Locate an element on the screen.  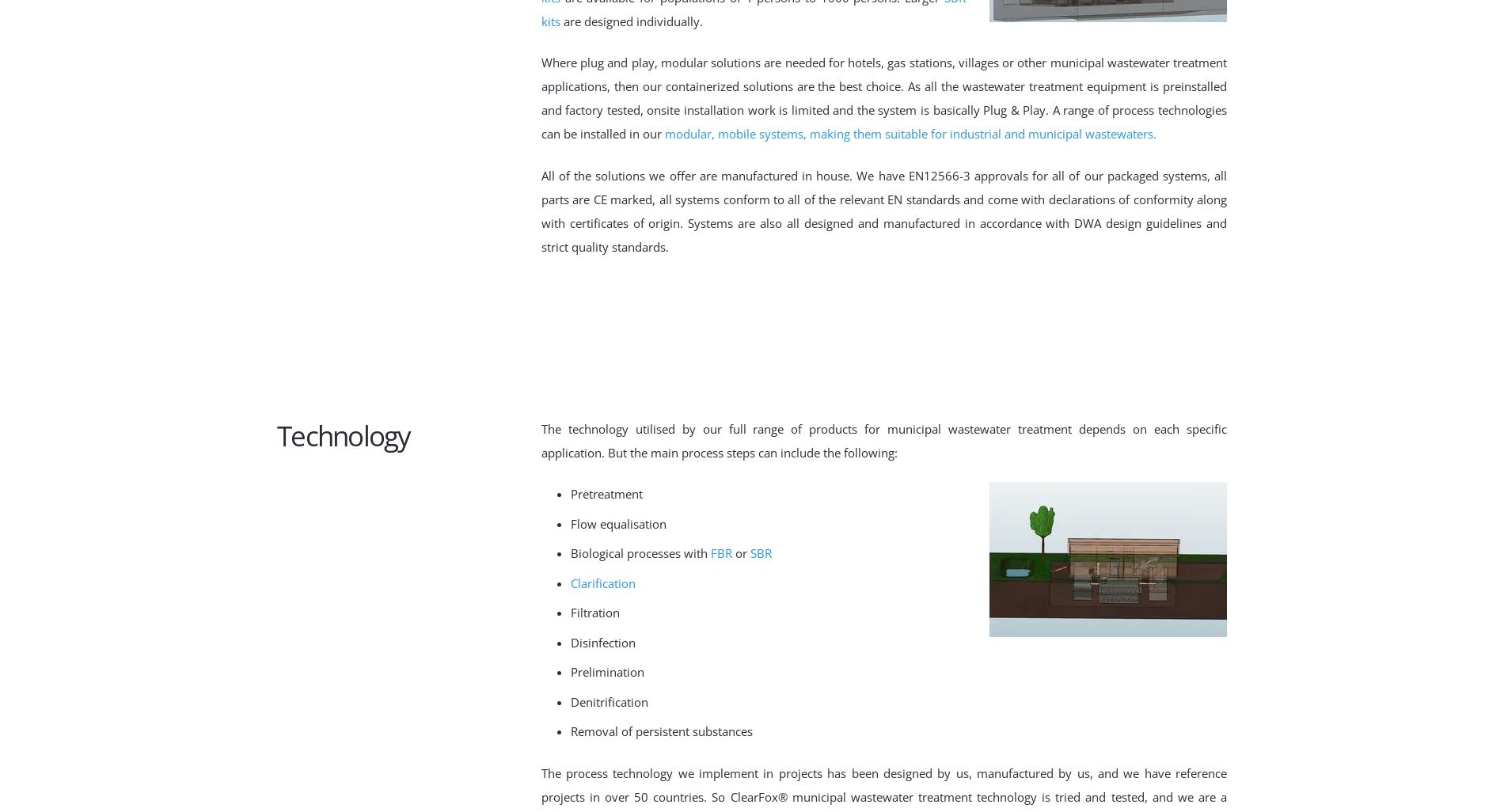
'Disinfection' is located at coordinates (602, 640).